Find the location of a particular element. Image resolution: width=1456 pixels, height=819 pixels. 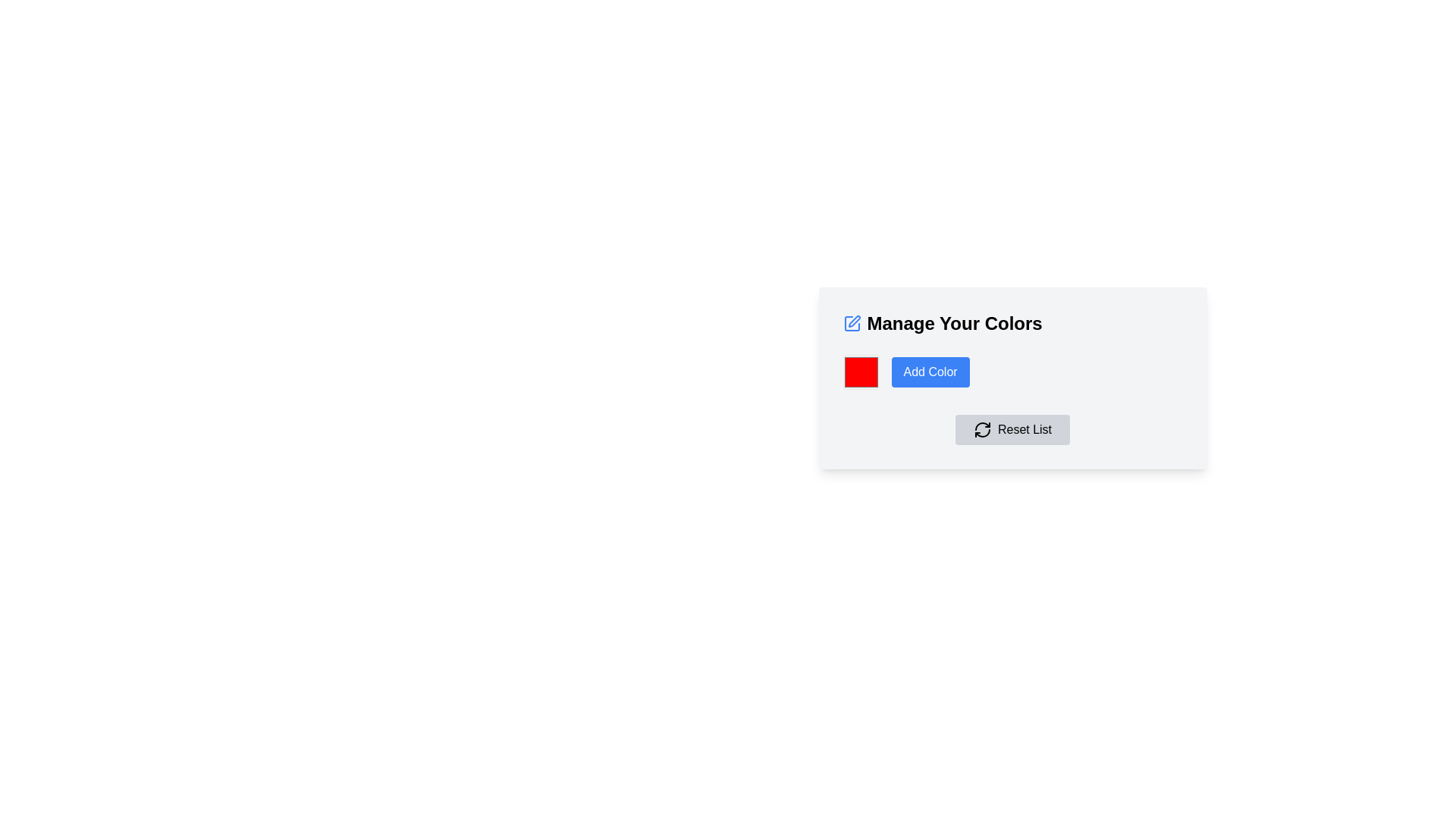

the small blue pen icon located to the far left side of the 'Manage Your Colors' title text is located at coordinates (852, 323).